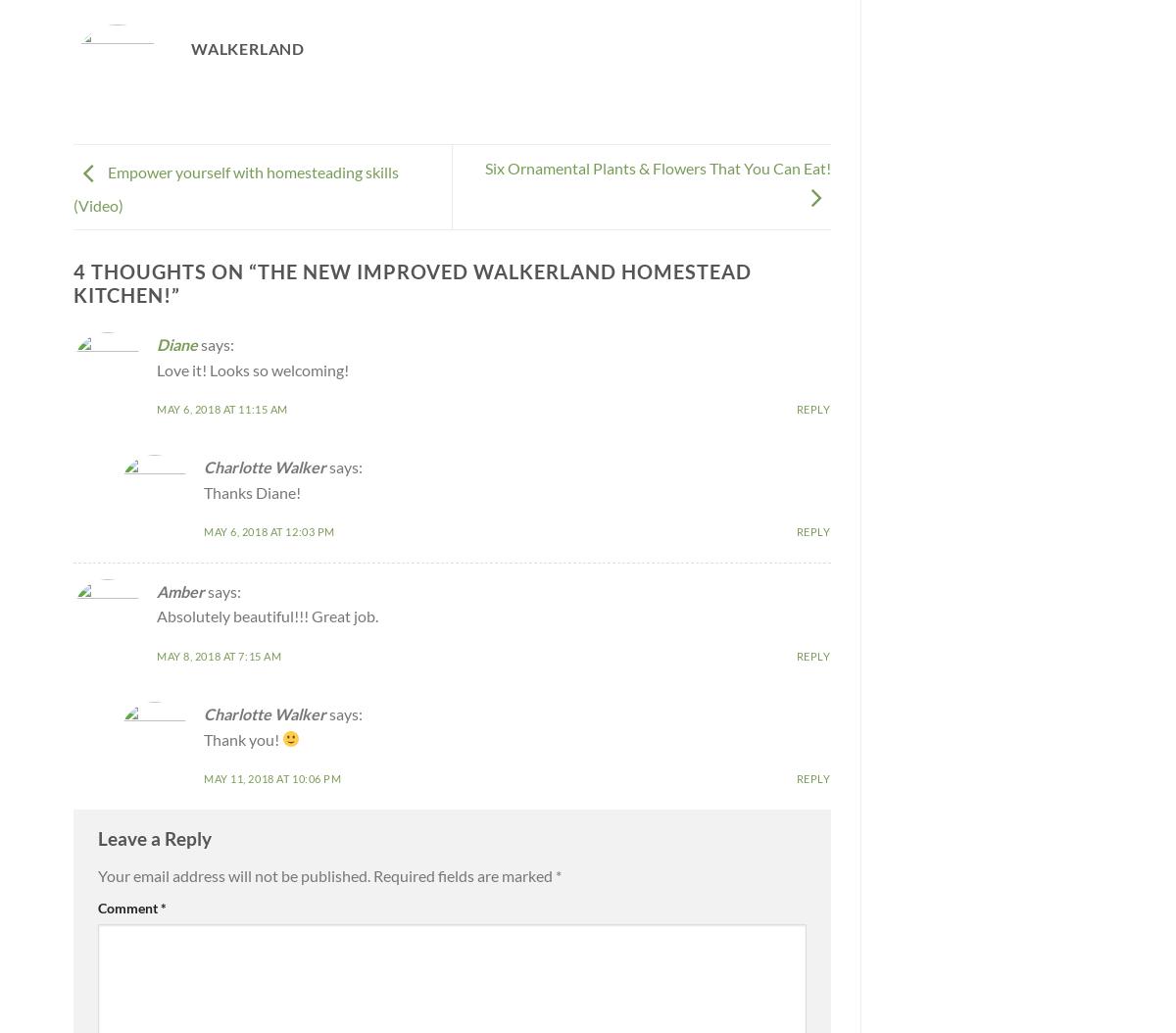 This screenshot has height=1033, width=1176. What do you see at coordinates (234, 187) in the screenshot?
I see `'Empower yourself with homesteading skills (Video)'` at bounding box center [234, 187].